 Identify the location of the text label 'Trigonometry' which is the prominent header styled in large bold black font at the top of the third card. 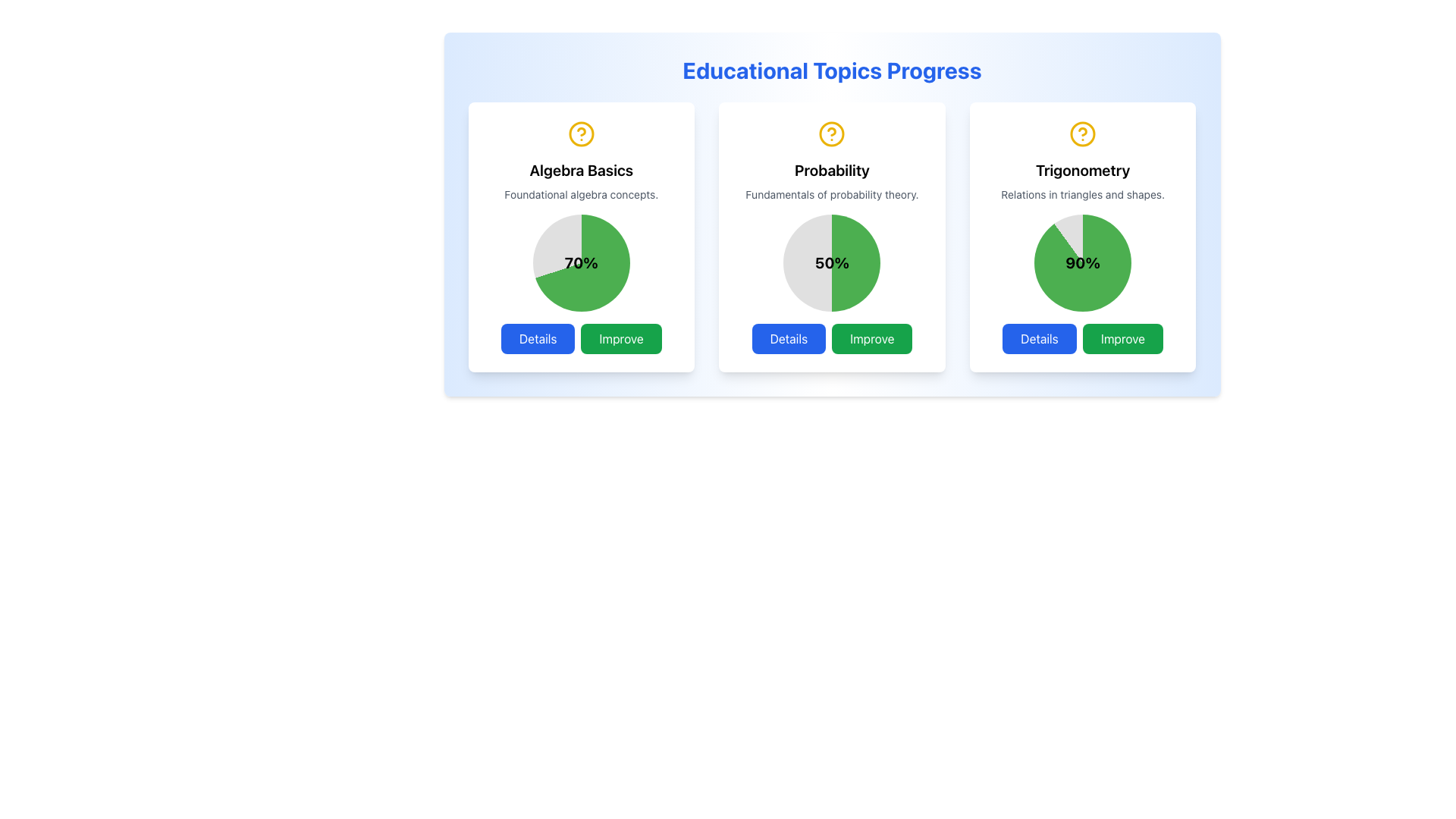
(1082, 170).